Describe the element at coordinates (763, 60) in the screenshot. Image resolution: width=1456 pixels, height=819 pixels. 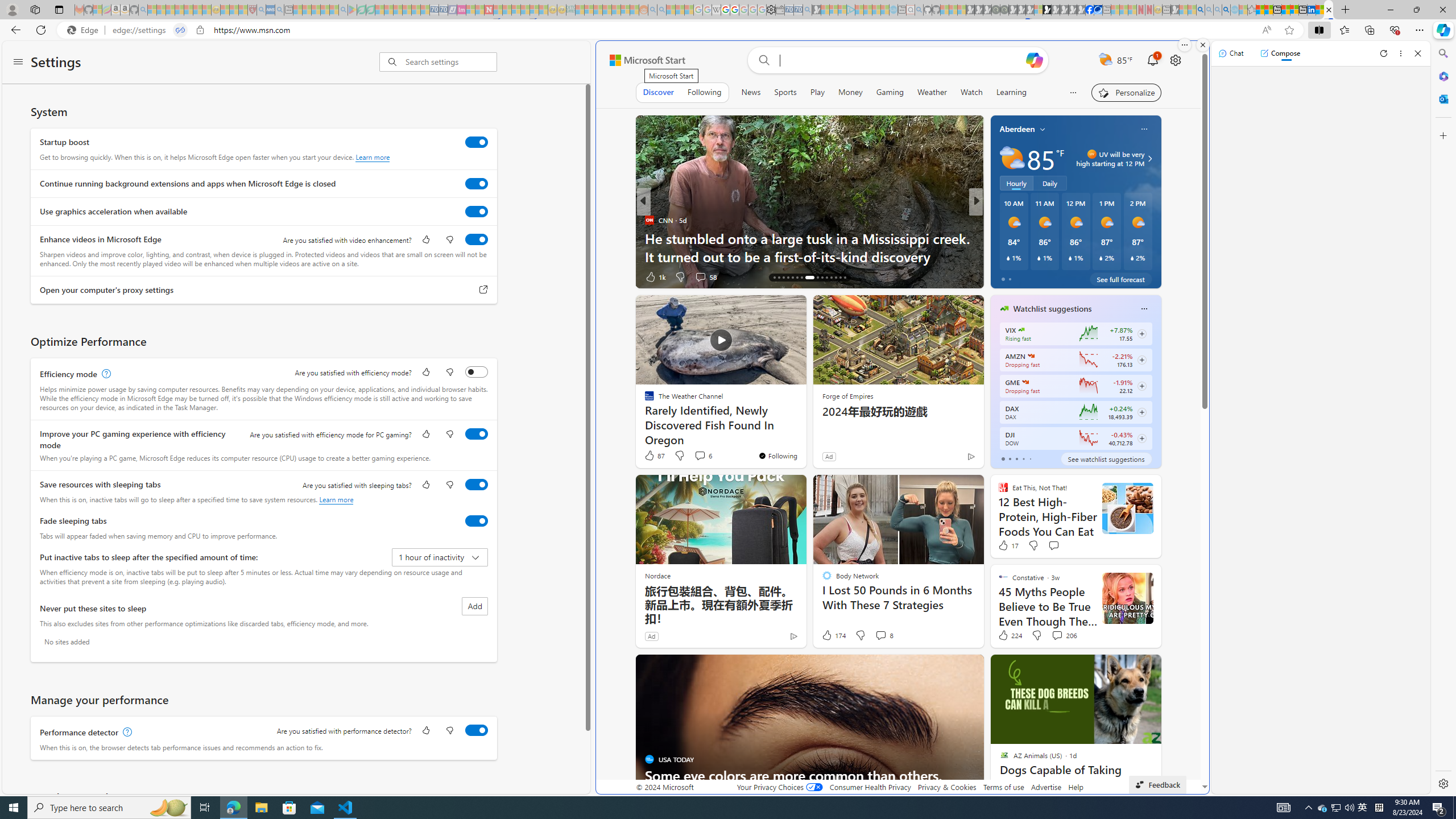
I see `'Web search'` at that location.